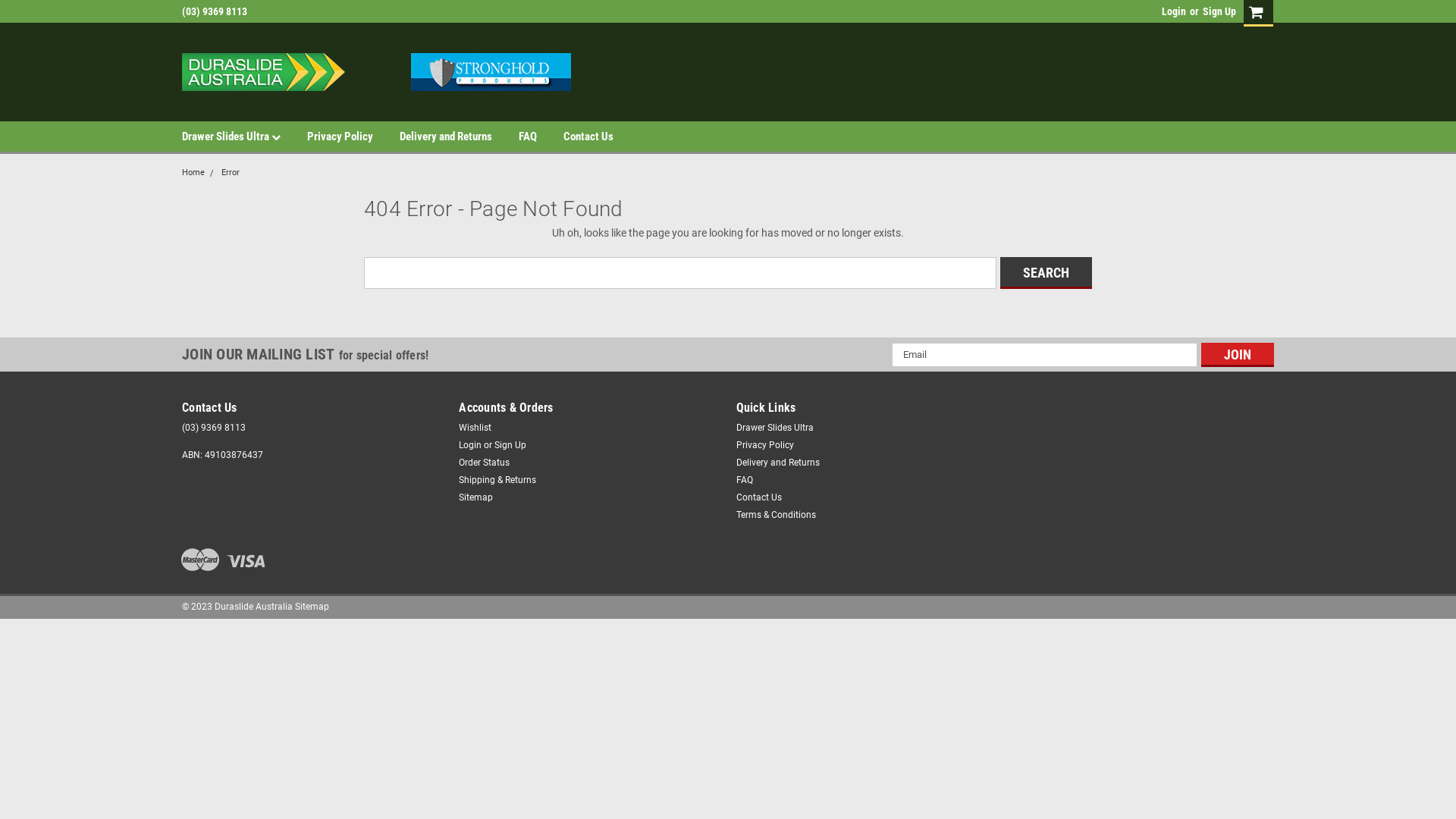 This screenshot has height=819, width=1456. I want to click on 'Home', so click(182, 171).